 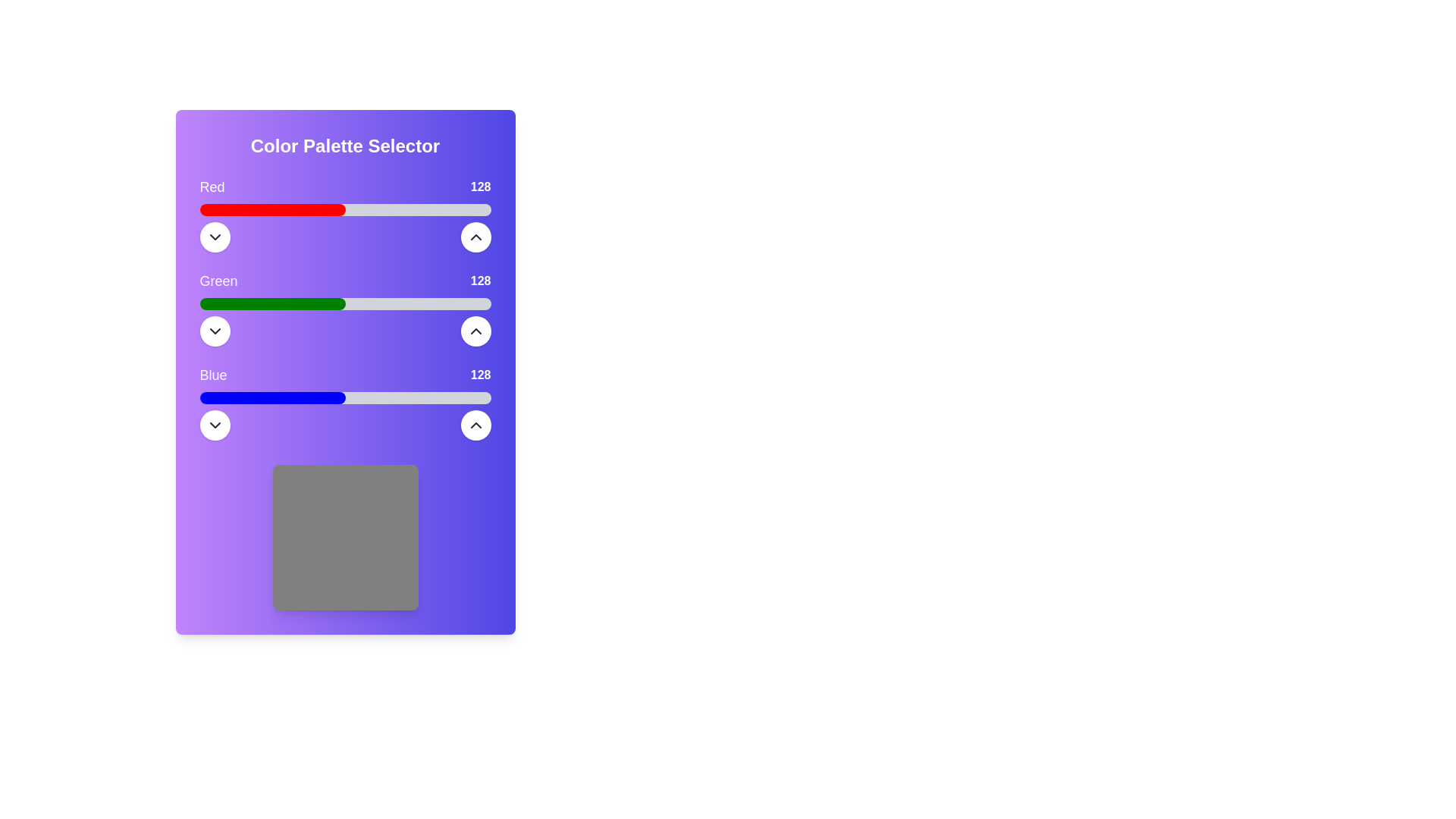 What do you see at coordinates (214, 237) in the screenshot?
I see `the circular toggle icon located to the left of the 'Red' slider in the Color Palette Selector interface` at bounding box center [214, 237].